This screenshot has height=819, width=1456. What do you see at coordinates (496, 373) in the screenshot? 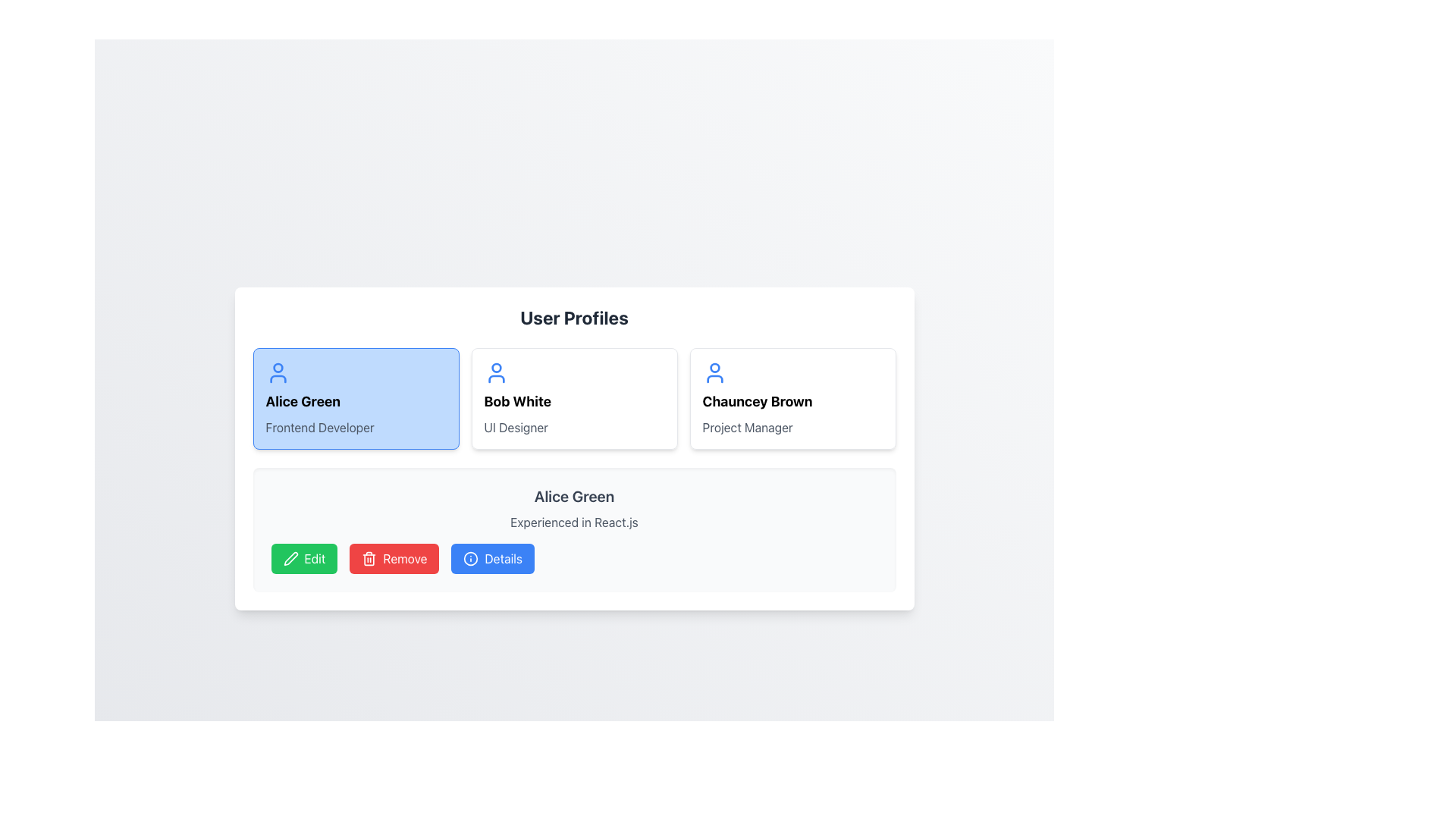
I see `the profile icon representing 'Bob White', located in the second profile card from the left in the 'User Profiles' section, positioned in the upper-left corner above the name 'Bob White'` at bounding box center [496, 373].